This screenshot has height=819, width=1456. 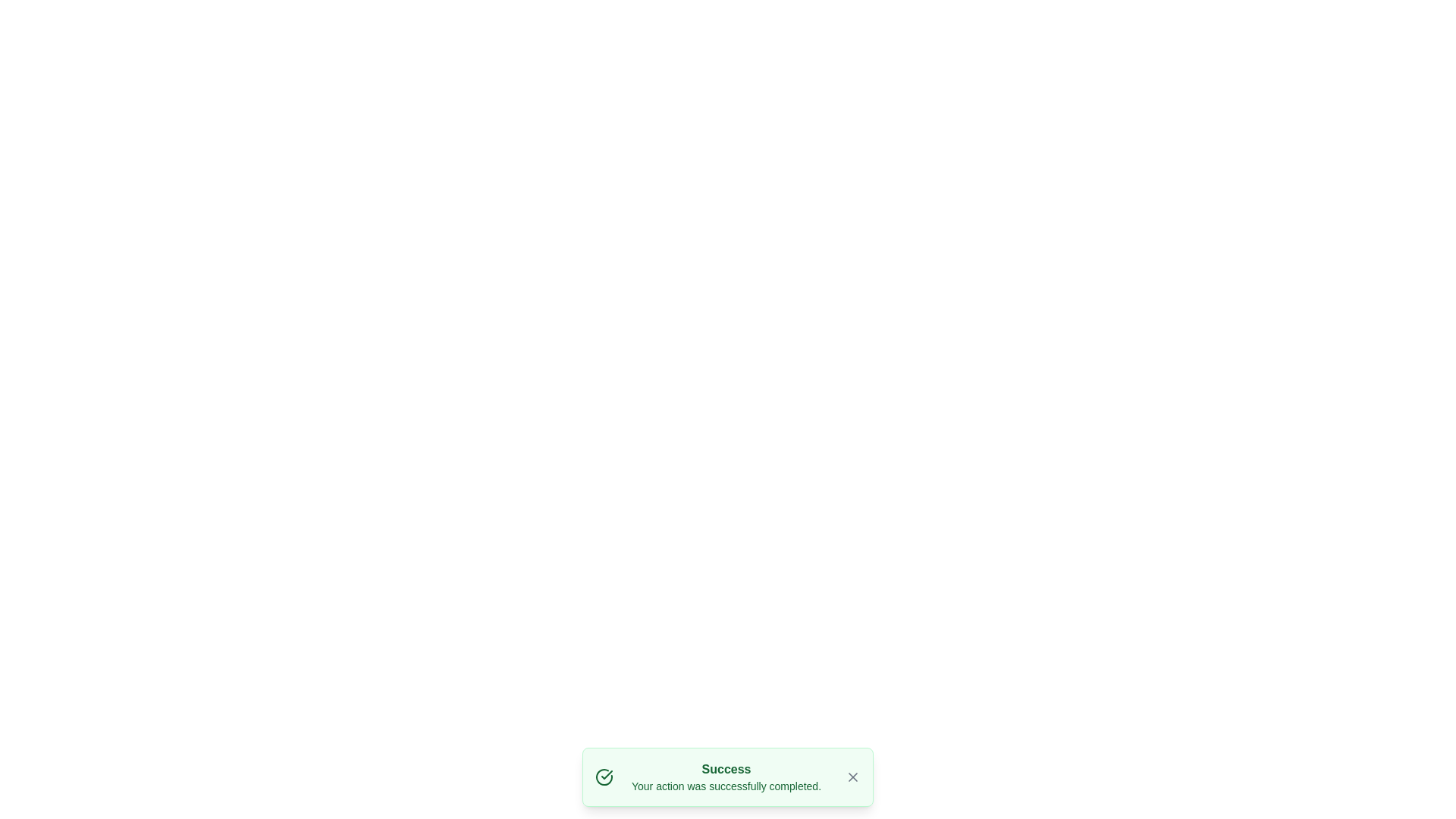 I want to click on the success confirmation icon located on the leftmost side of the notification message, preceding the text content, so click(x=603, y=777).